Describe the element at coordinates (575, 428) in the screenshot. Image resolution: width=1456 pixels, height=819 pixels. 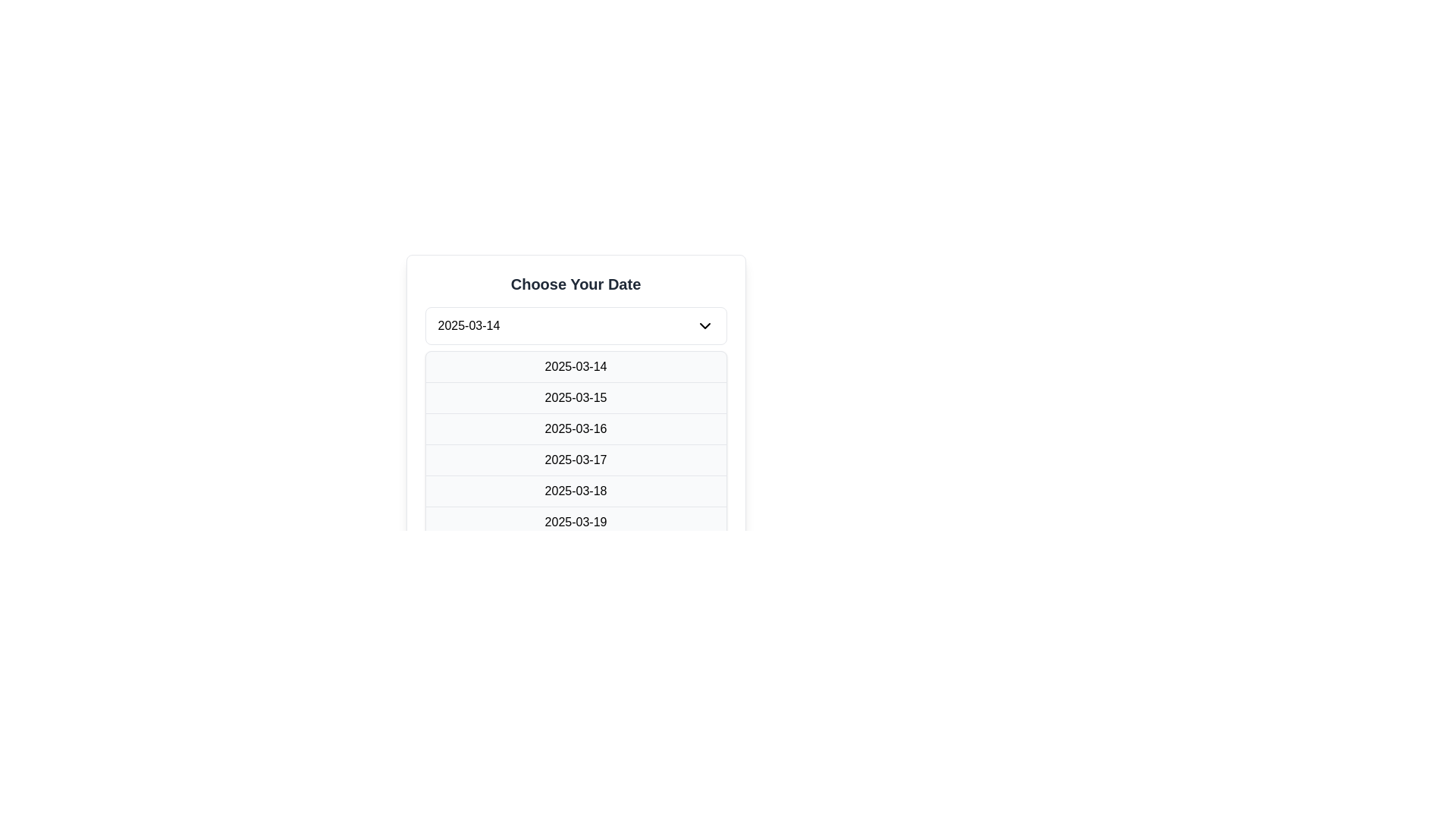
I see `the date '2025-03-16' from the selectable date list by clicking on it` at that location.